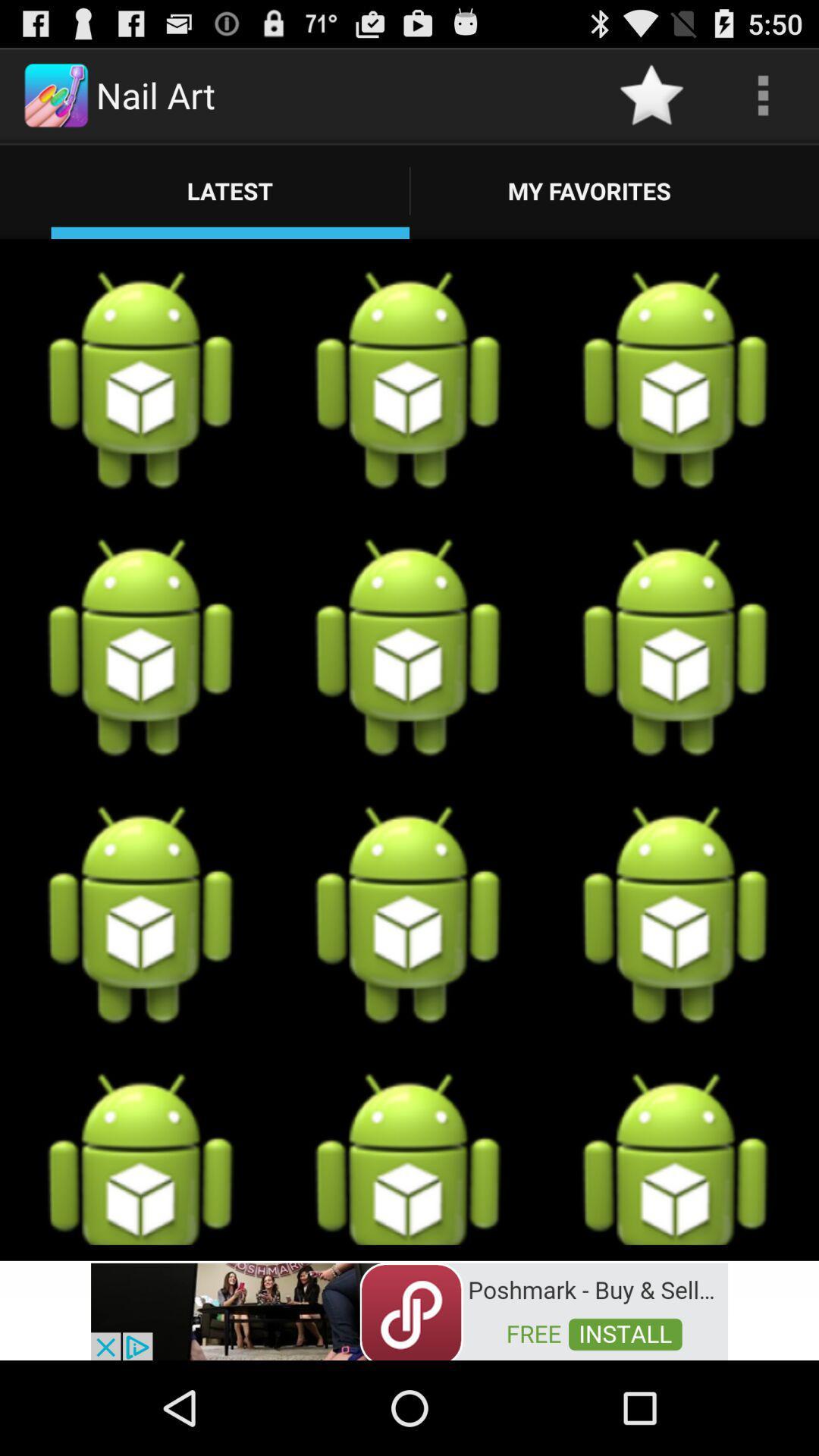  What do you see at coordinates (763, 94) in the screenshot?
I see `open options` at bounding box center [763, 94].